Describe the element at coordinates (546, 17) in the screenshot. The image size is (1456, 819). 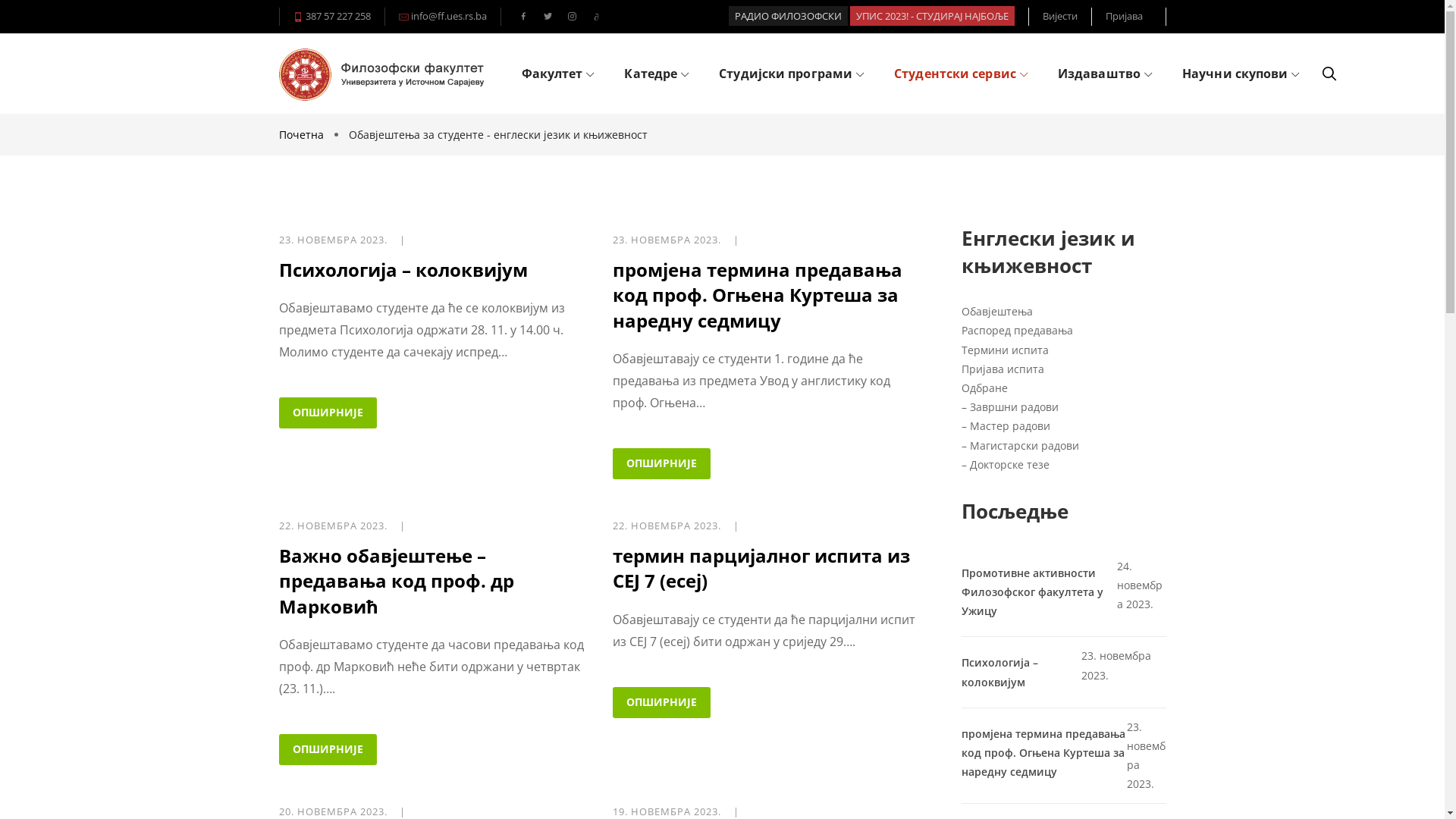
I see `'Twitter'` at that location.